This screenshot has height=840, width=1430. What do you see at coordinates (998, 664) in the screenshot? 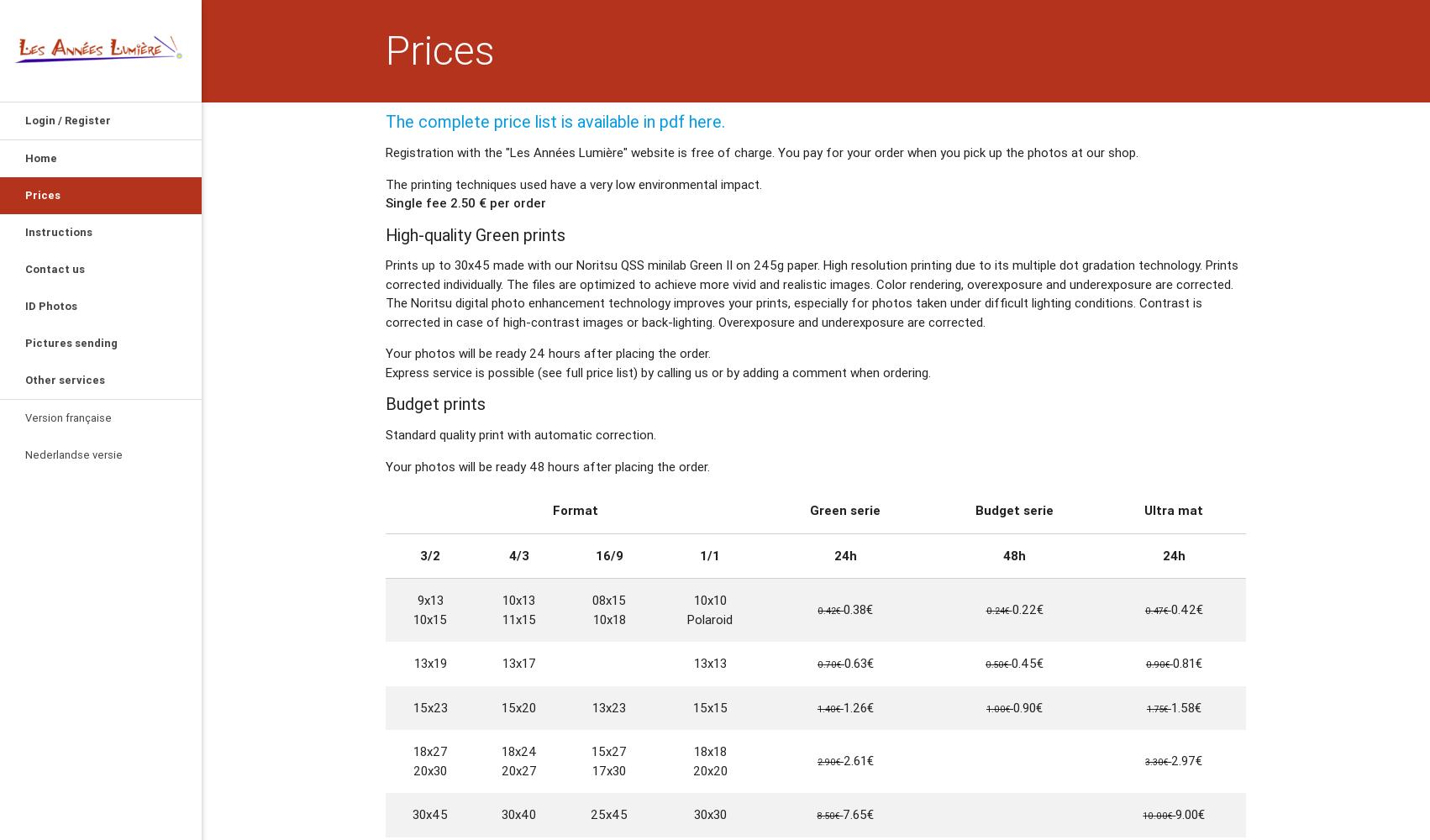
I see `'0.50€'` at bounding box center [998, 664].